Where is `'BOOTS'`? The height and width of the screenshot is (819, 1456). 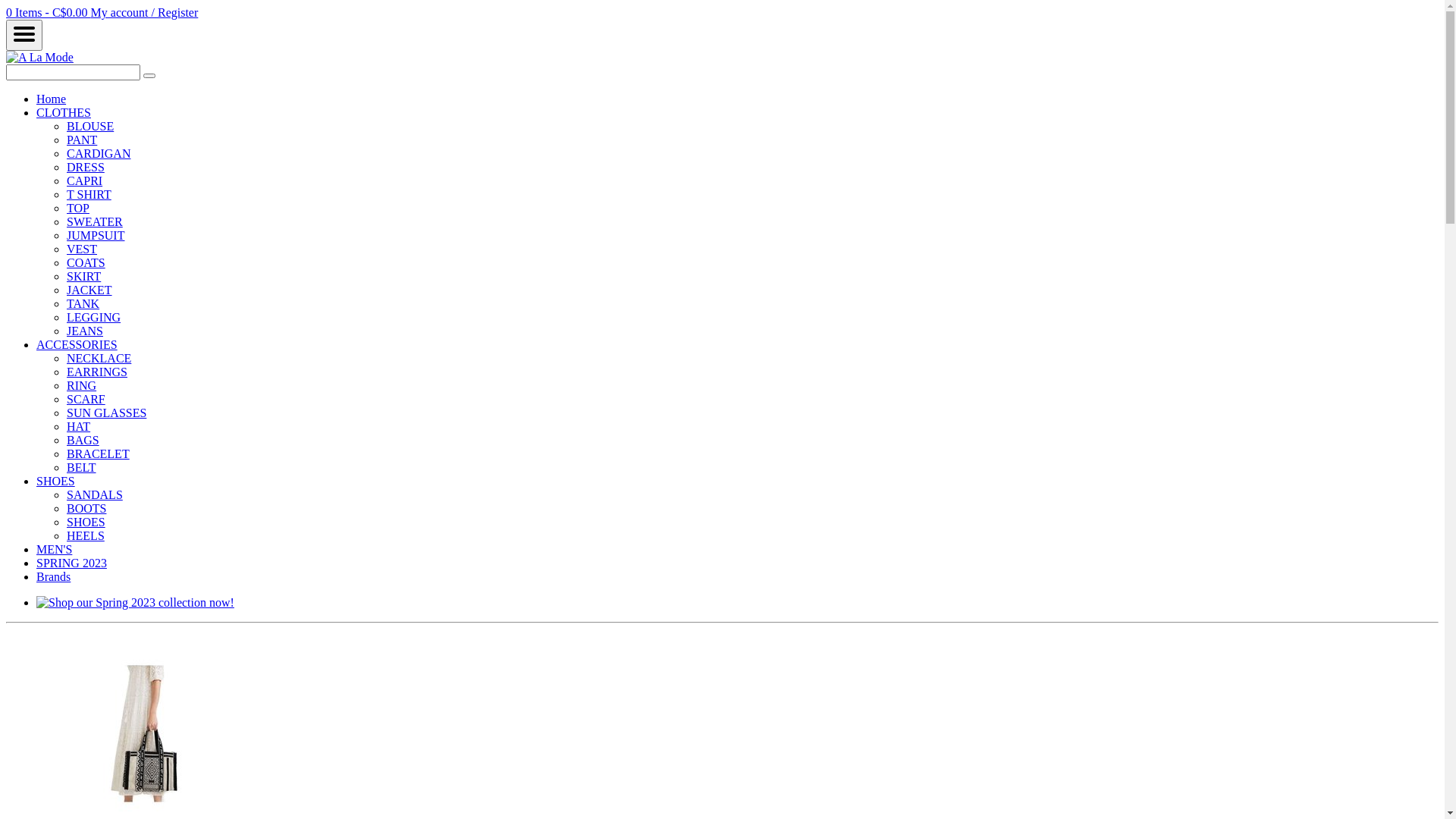 'BOOTS' is located at coordinates (65, 508).